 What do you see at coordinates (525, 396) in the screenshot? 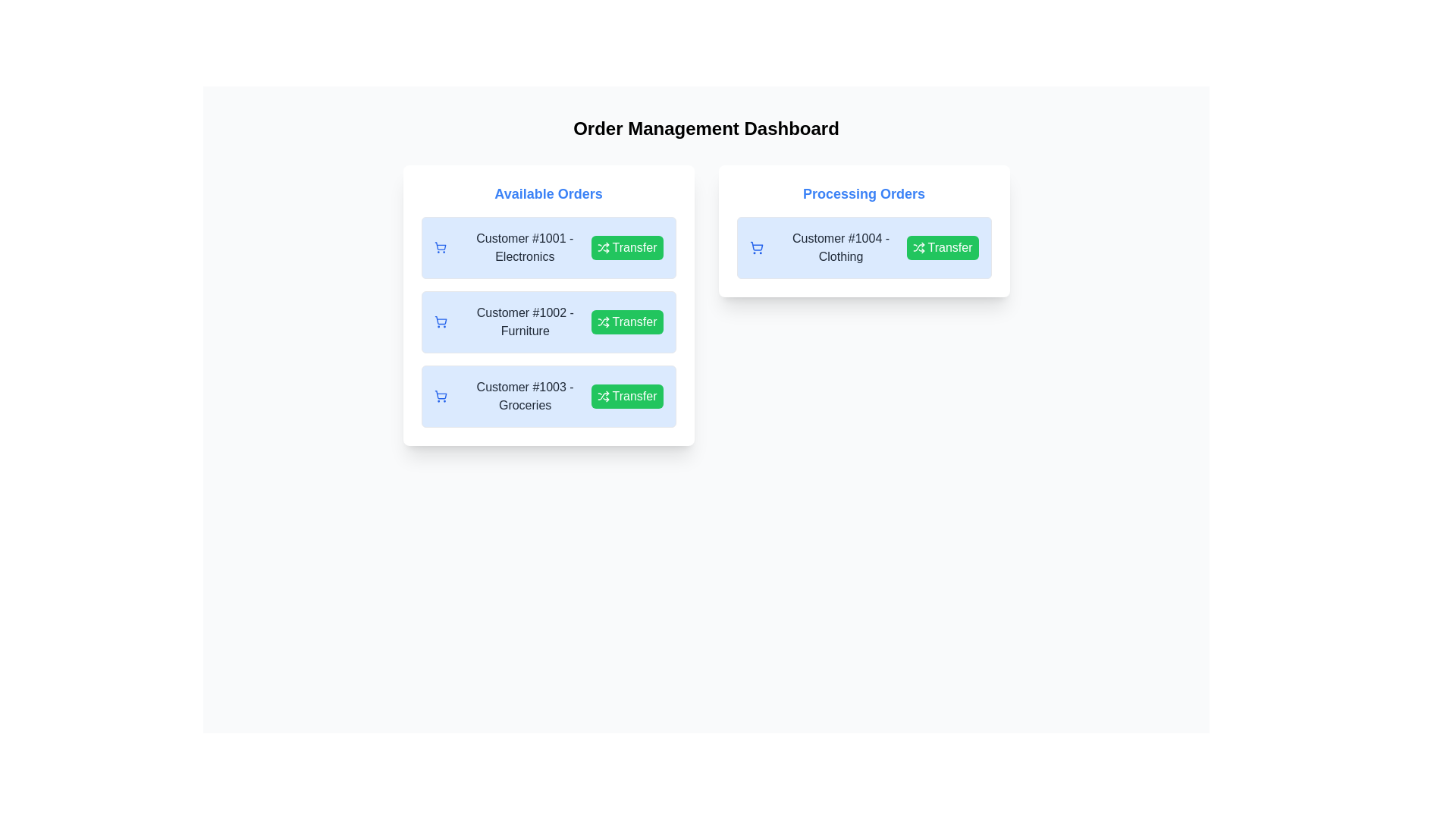
I see `the text label 'Customer #1003 - Groceries', which is styled in dark gray on a light blue background and is the third item in the 'Available Orders' list` at bounding box center [525, 396].